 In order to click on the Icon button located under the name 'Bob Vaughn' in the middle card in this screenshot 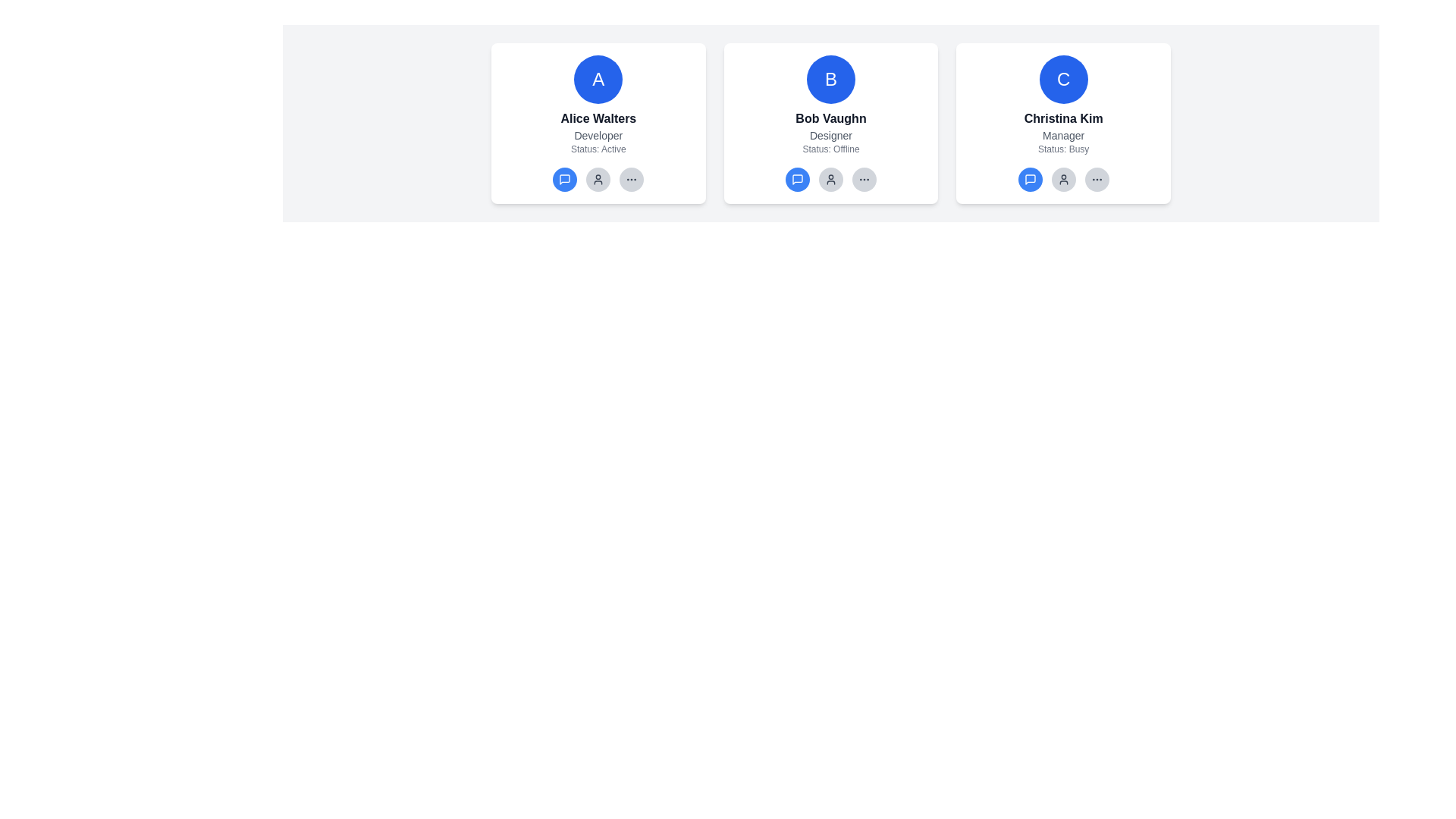, I will do `click(796, 178)`.